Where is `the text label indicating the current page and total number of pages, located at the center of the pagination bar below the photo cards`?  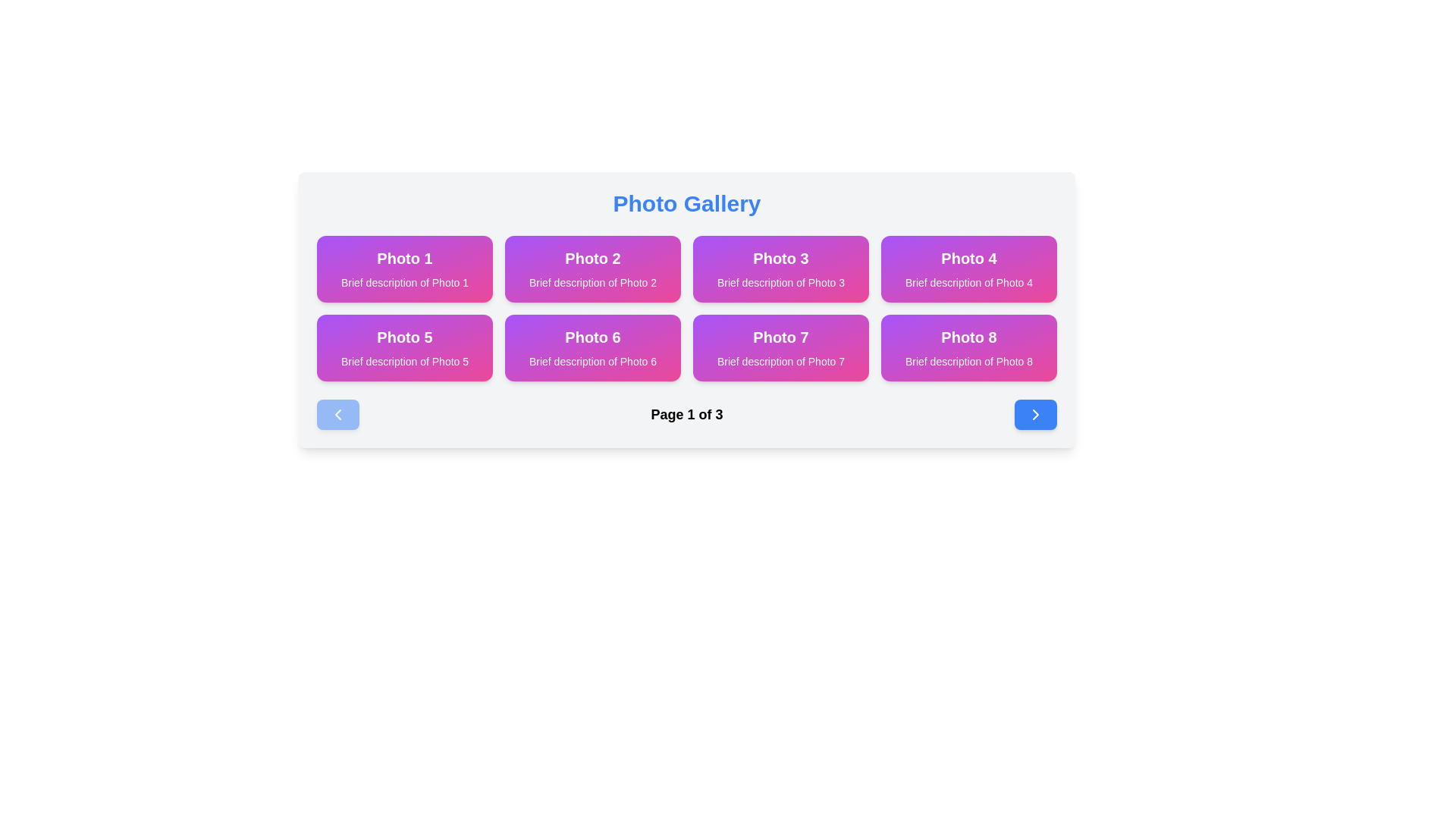 the text label indicating the current page and total number of pages, located at the center of the pagination bar below the photo cards is located at coordinates (686, 415).